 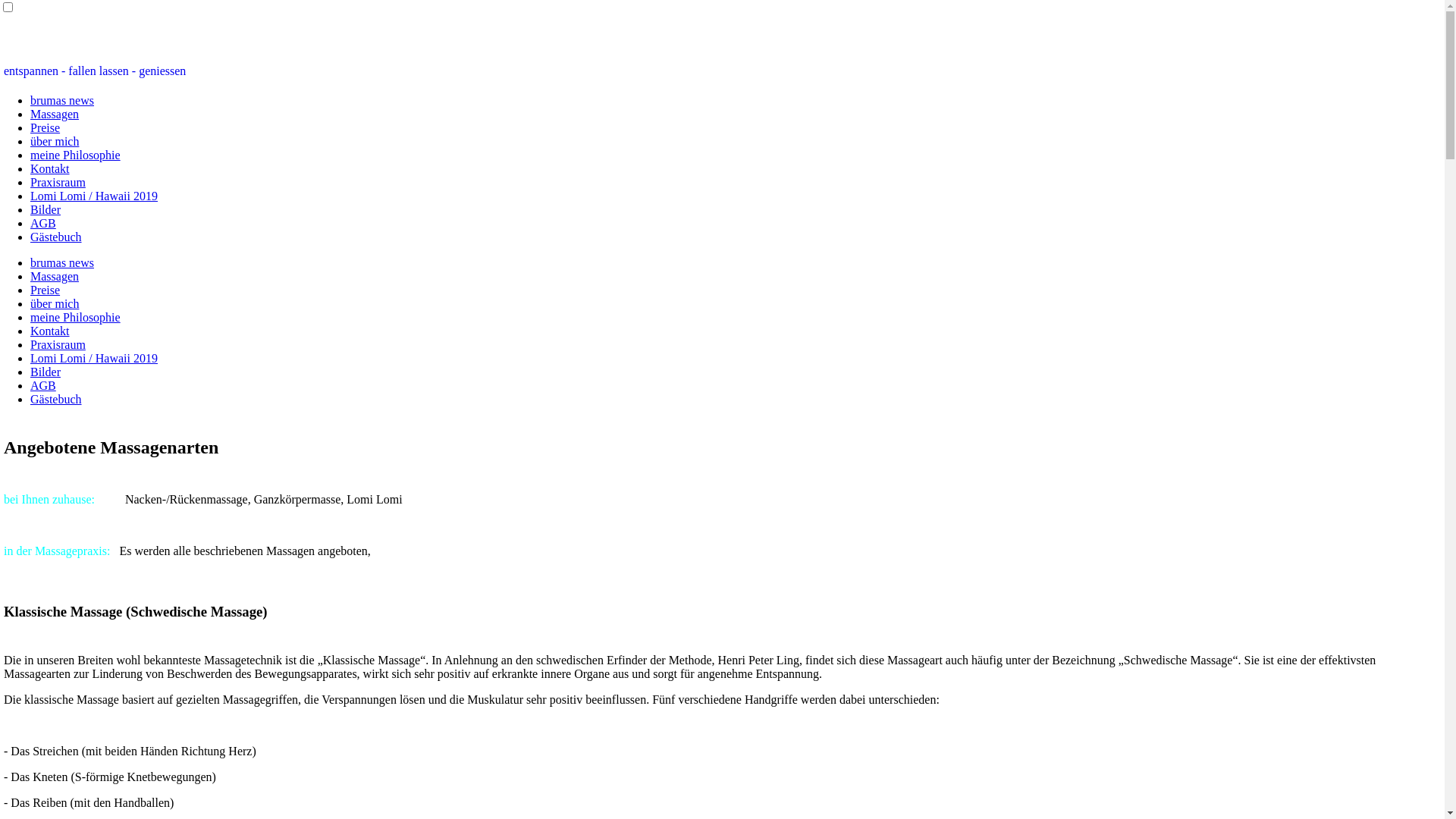 I want to click on 'brumas news', so click(x=30, y=100).